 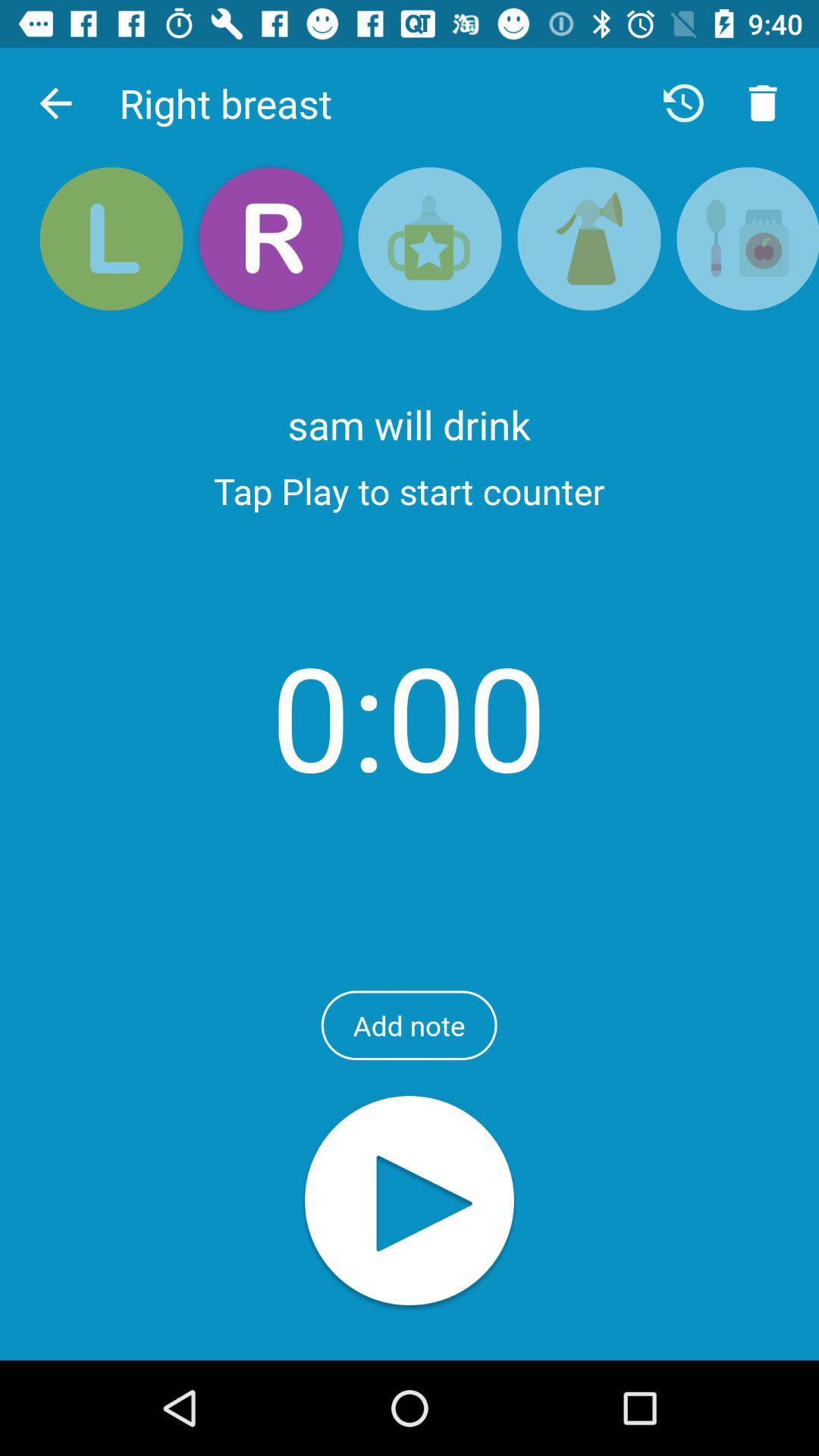 What do you see at coordinates (408, 715) in the screenshot?
I see `the item below the tap play to` at bounding box center [408, 715].